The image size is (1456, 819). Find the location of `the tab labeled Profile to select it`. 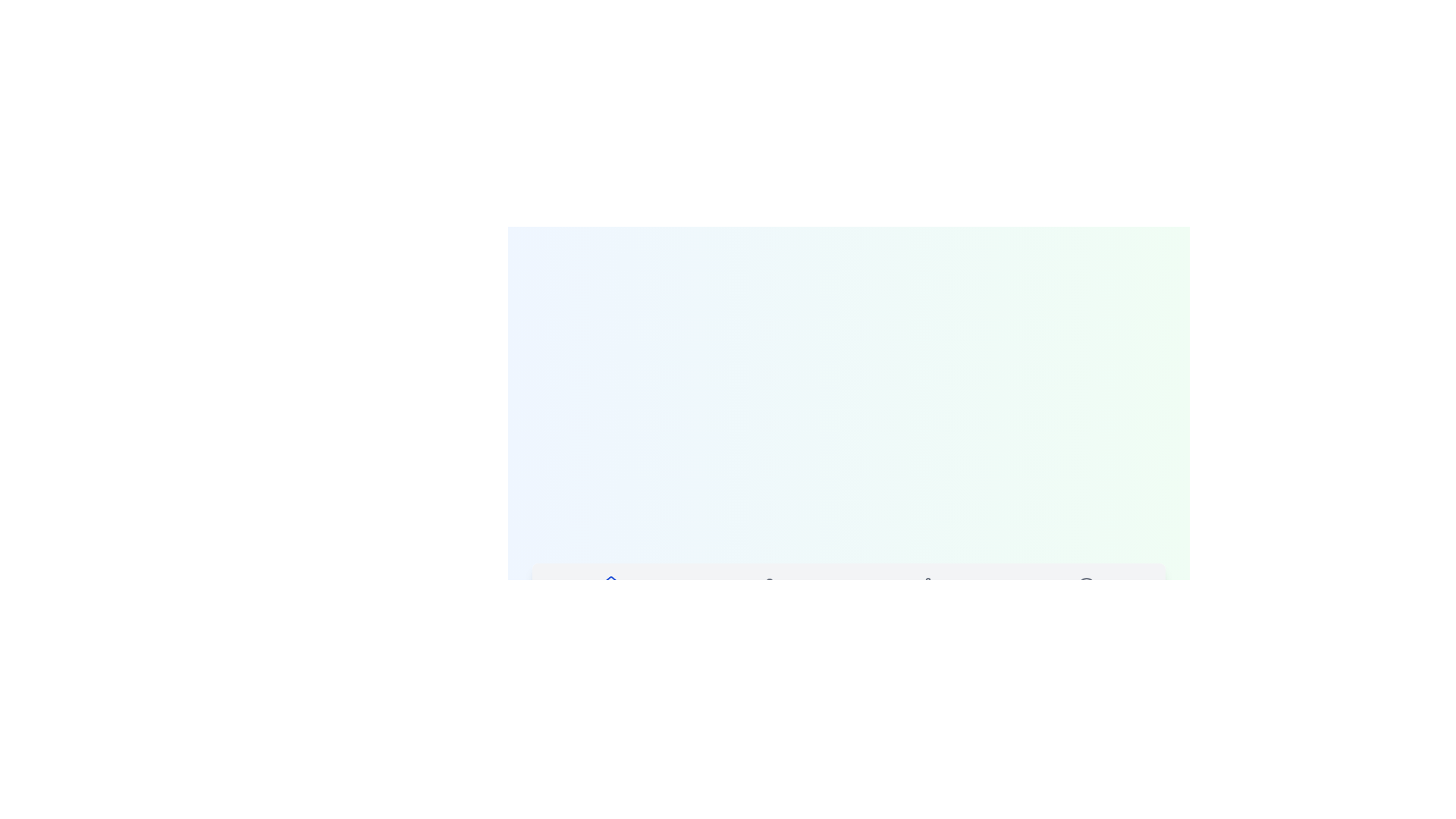

the tab labeled Profile to select it is located at coordinates (770, 594).